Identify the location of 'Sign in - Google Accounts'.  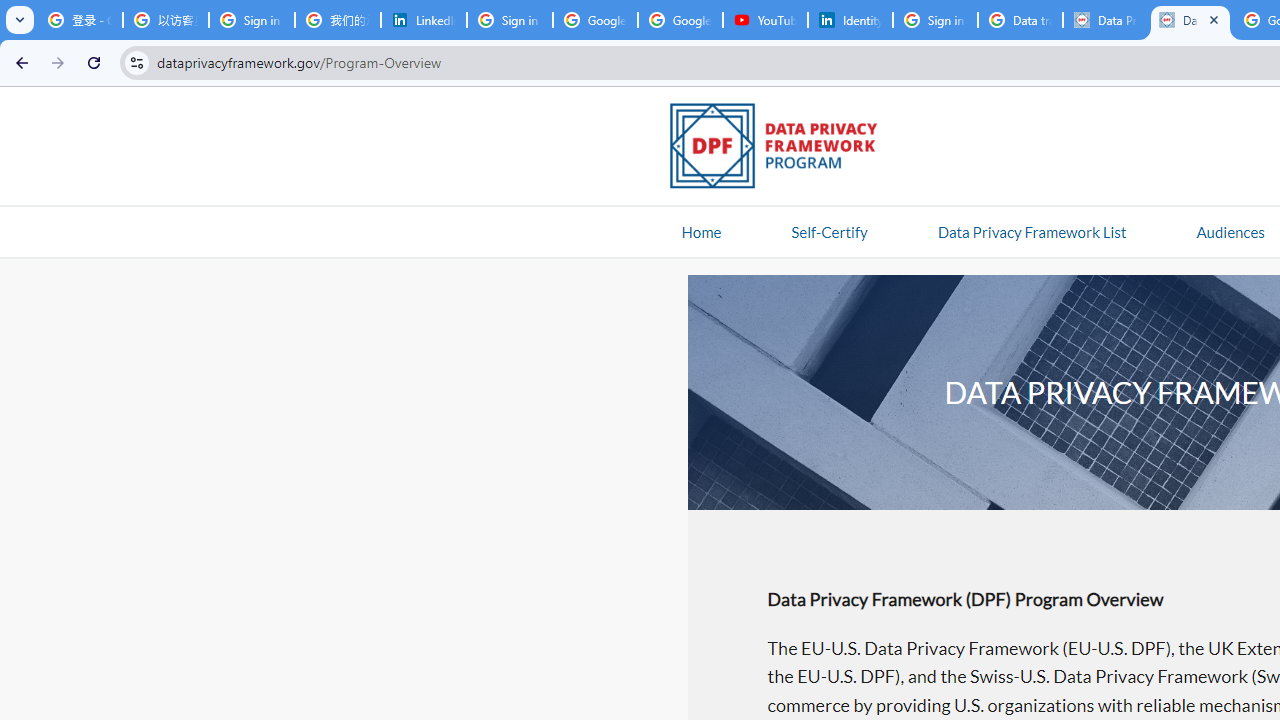
(934, 20).